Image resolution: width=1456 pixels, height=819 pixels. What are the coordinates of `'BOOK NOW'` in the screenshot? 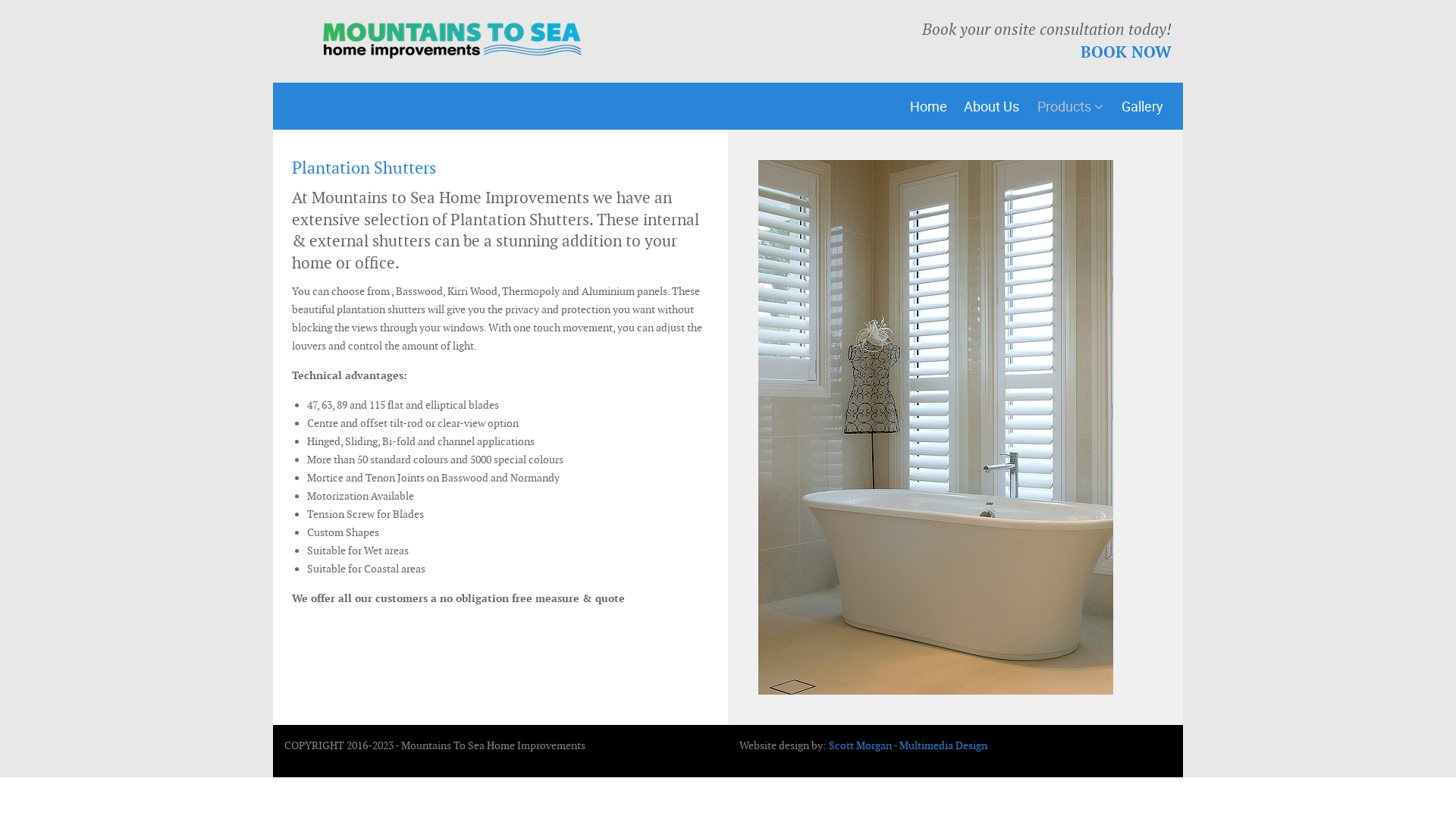 It's located at (1125, 51).